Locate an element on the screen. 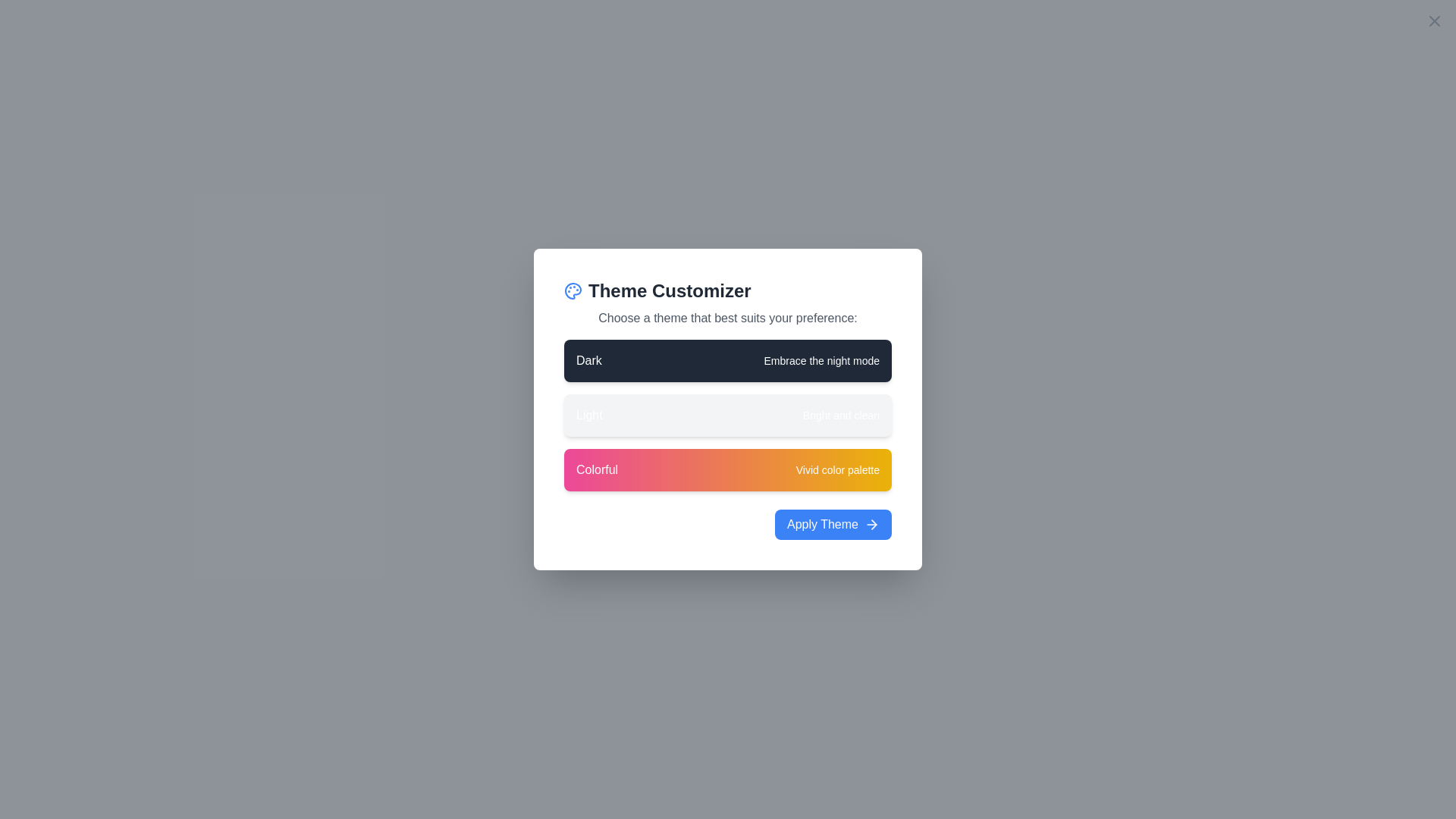  the descriptive text label that elaborates on the 'Colorful' theme option is located at coordinates (836, 469).